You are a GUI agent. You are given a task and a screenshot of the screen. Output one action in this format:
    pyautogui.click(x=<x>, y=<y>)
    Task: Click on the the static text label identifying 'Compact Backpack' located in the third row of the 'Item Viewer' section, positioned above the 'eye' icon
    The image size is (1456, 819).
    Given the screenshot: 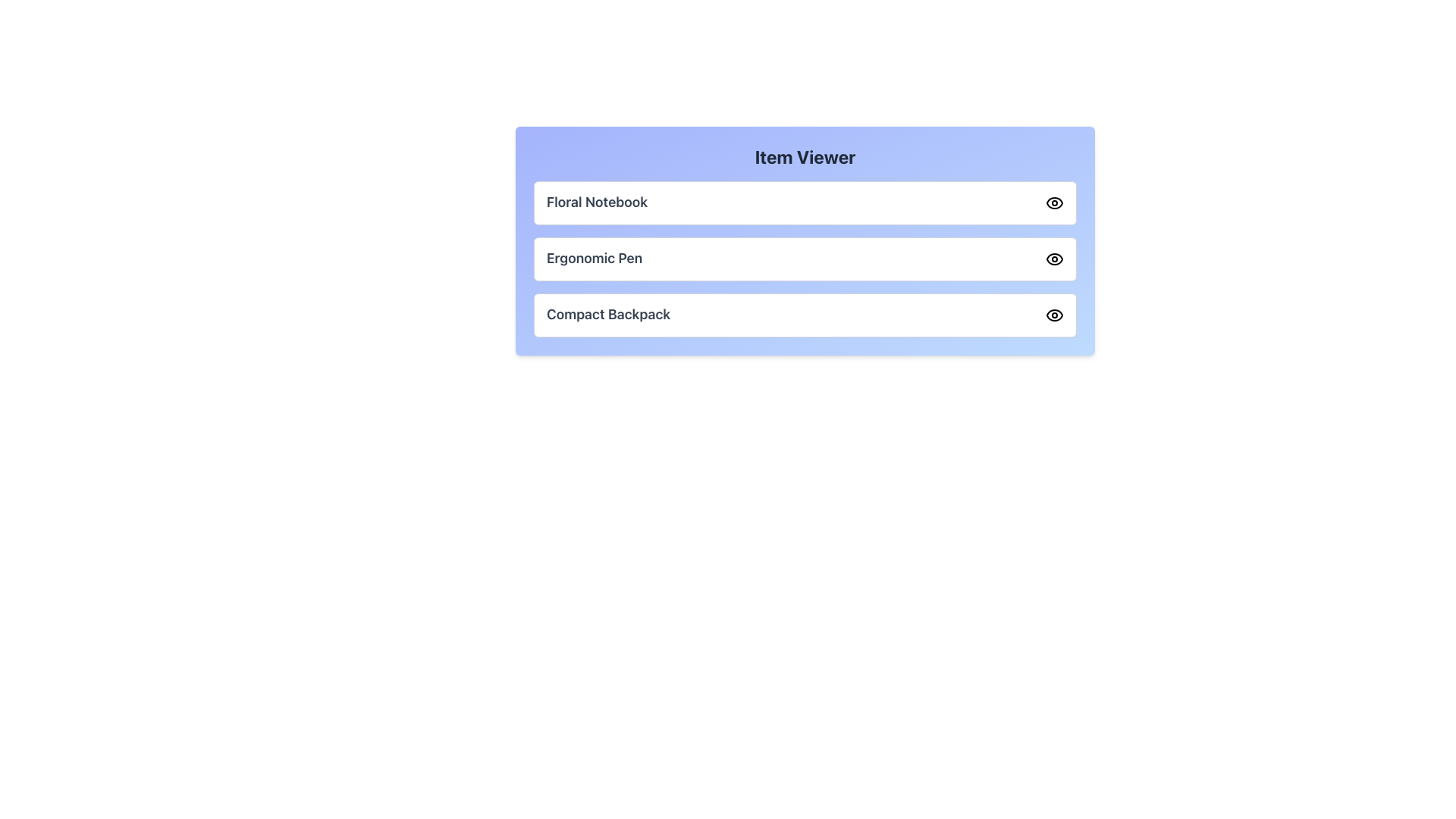 What is the action you would take?
    pyautogui.click(x=608, y=315)
    